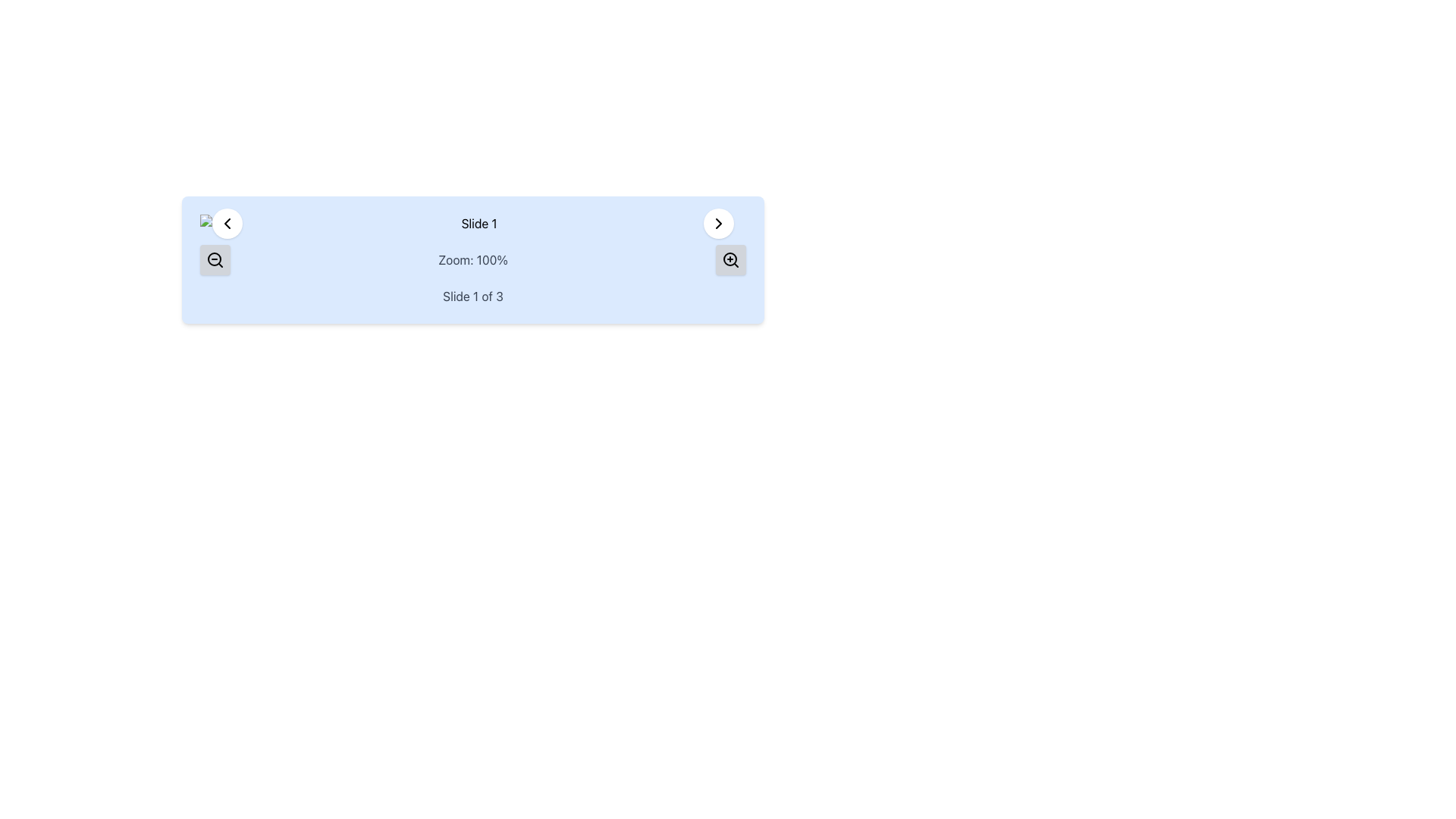 The width and height of the screenshot is (1456, 819). Describe the element at coordinates (226, 223) in the screenshot. I see `the navigation button located at the top-left corner of the blue information panel` at that location.